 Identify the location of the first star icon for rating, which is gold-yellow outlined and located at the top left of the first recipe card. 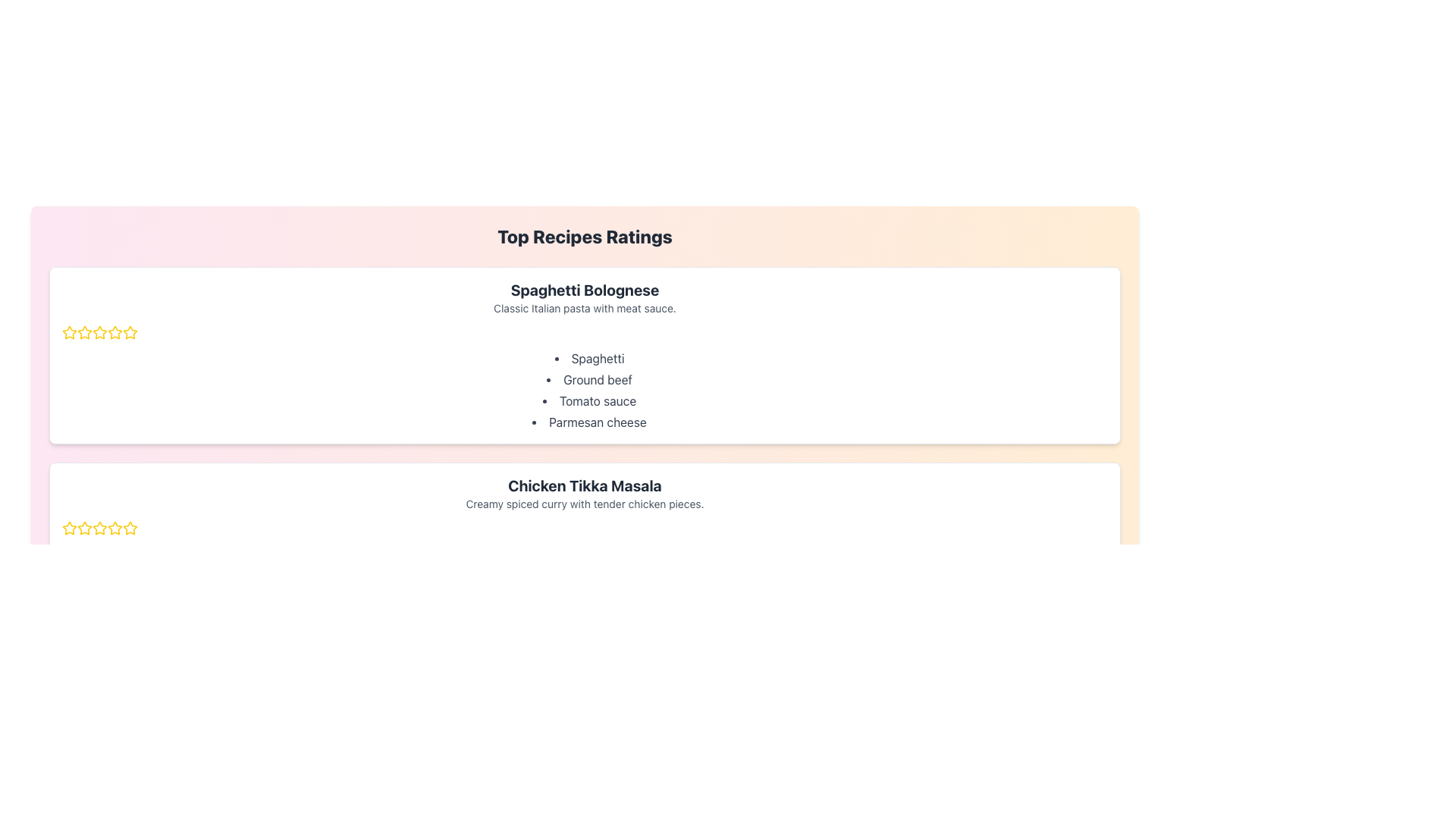
(68, 332).